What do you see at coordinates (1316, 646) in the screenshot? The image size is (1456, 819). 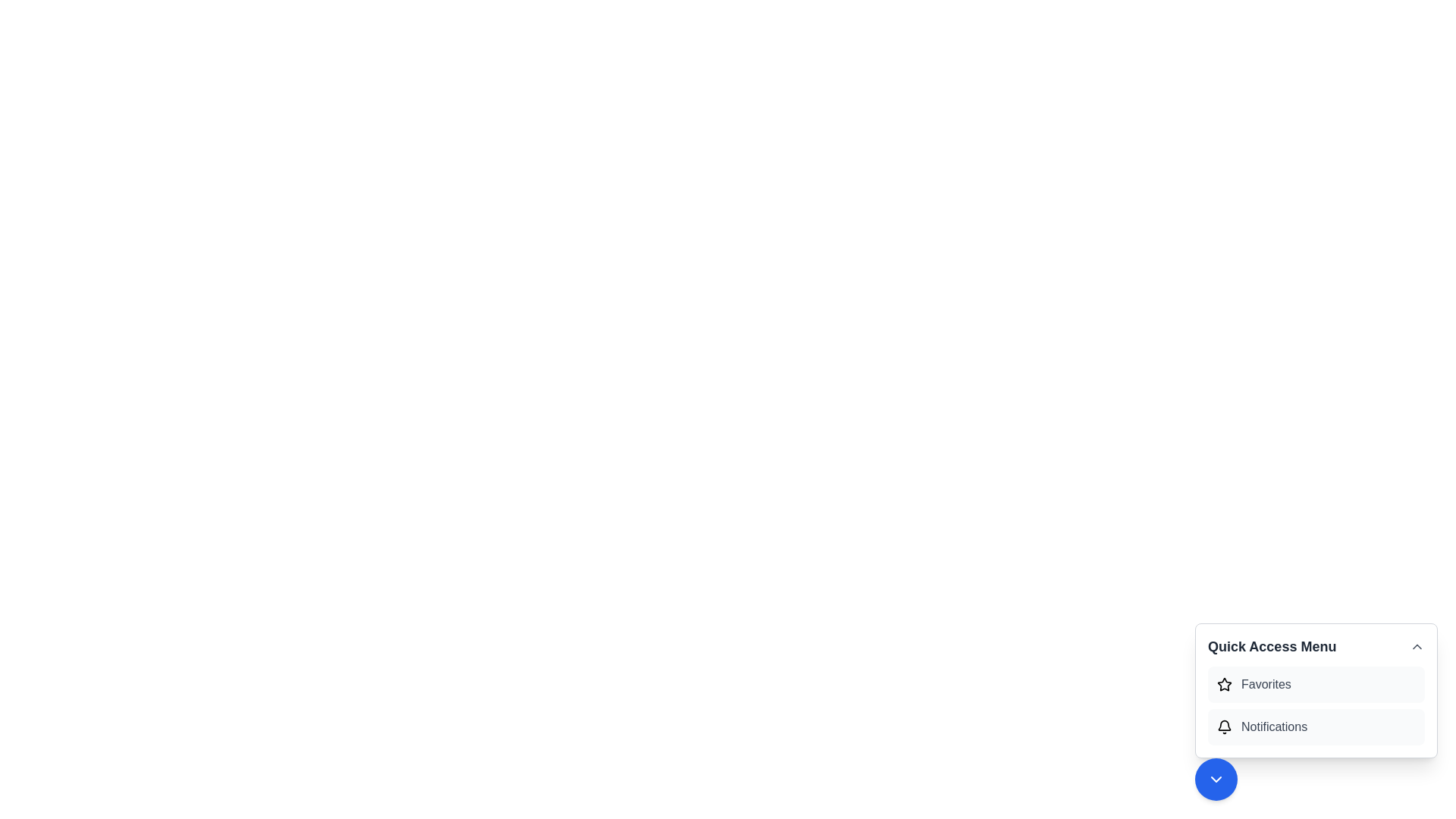 I see `the 'Quick Access Menu' dropdown header, which features a bold font and a dropdown arrow icon` at bounding box center [1316, 646].